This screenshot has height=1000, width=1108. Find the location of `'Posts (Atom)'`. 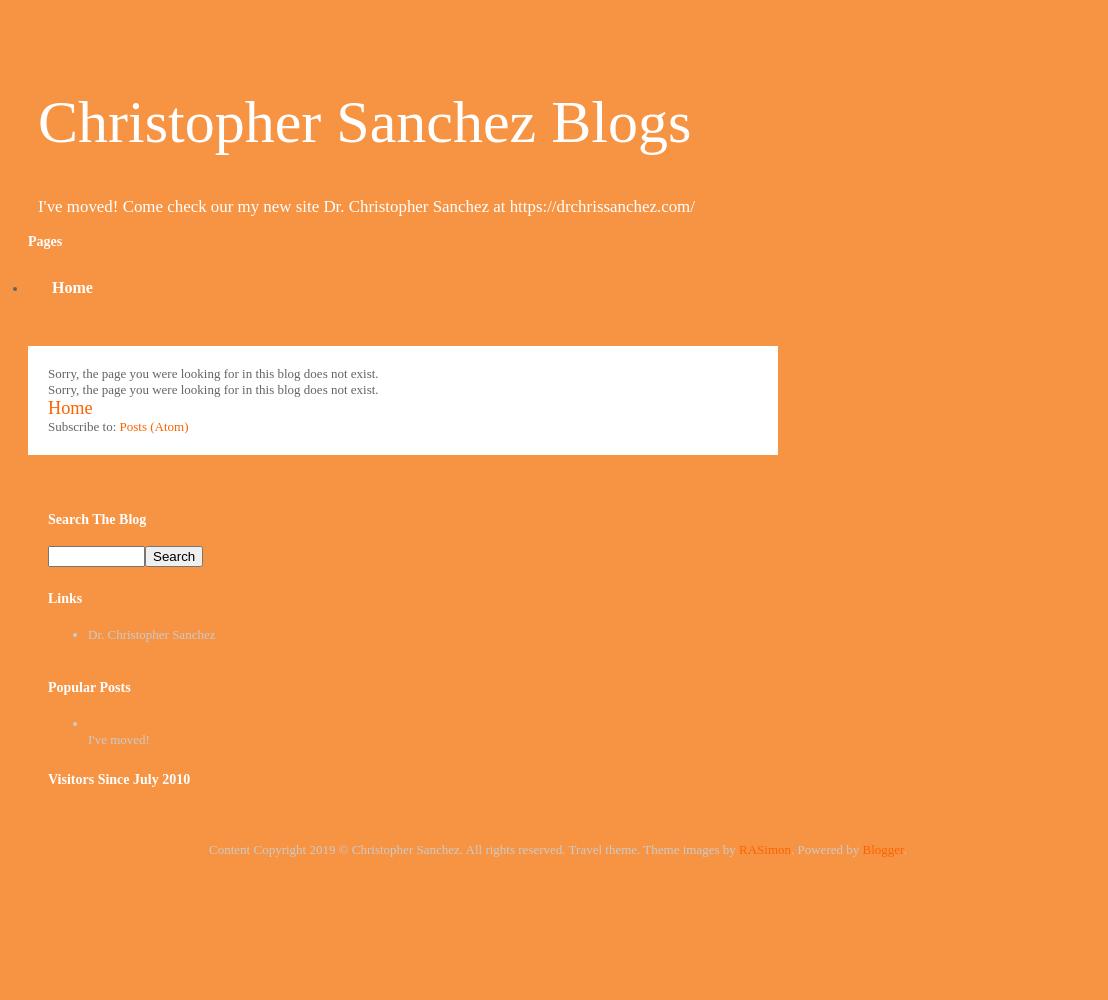

'Posts (Atom)' is located at coordinates (152, 426).